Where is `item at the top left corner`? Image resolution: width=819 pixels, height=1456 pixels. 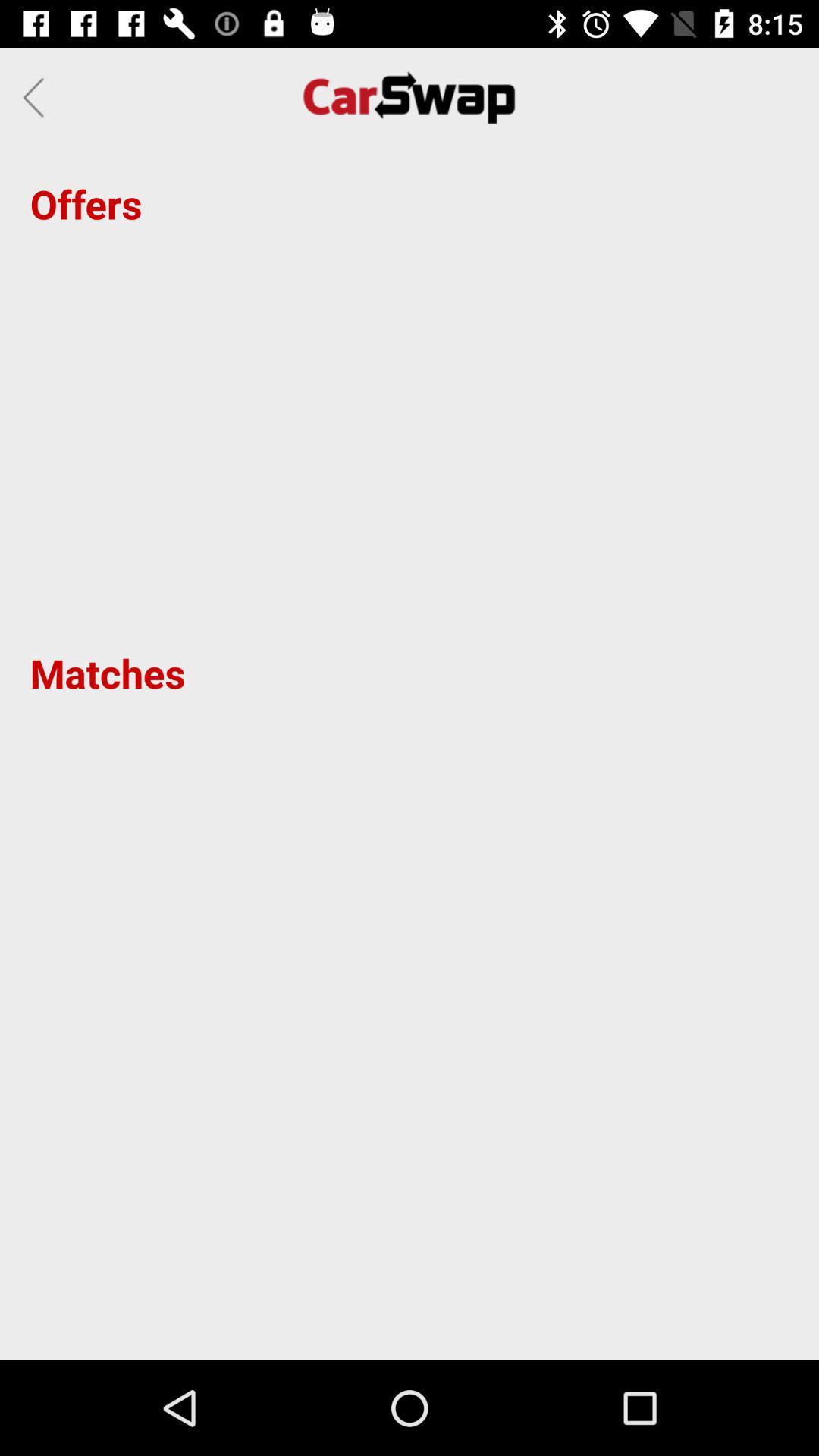
item at the top left corner is located at coordinates (37, 96).